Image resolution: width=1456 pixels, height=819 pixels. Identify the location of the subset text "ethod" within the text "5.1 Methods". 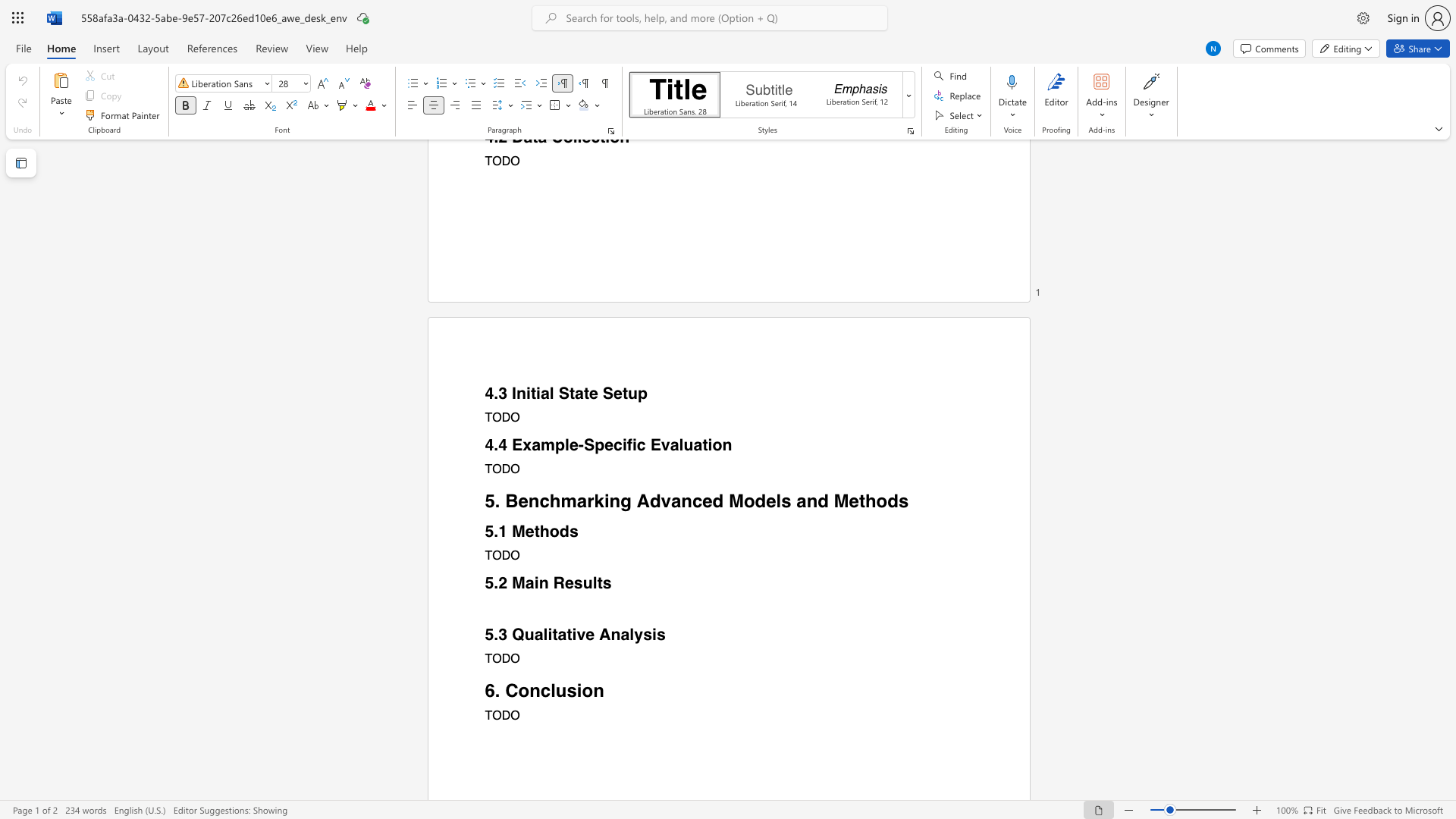
(525, 531).